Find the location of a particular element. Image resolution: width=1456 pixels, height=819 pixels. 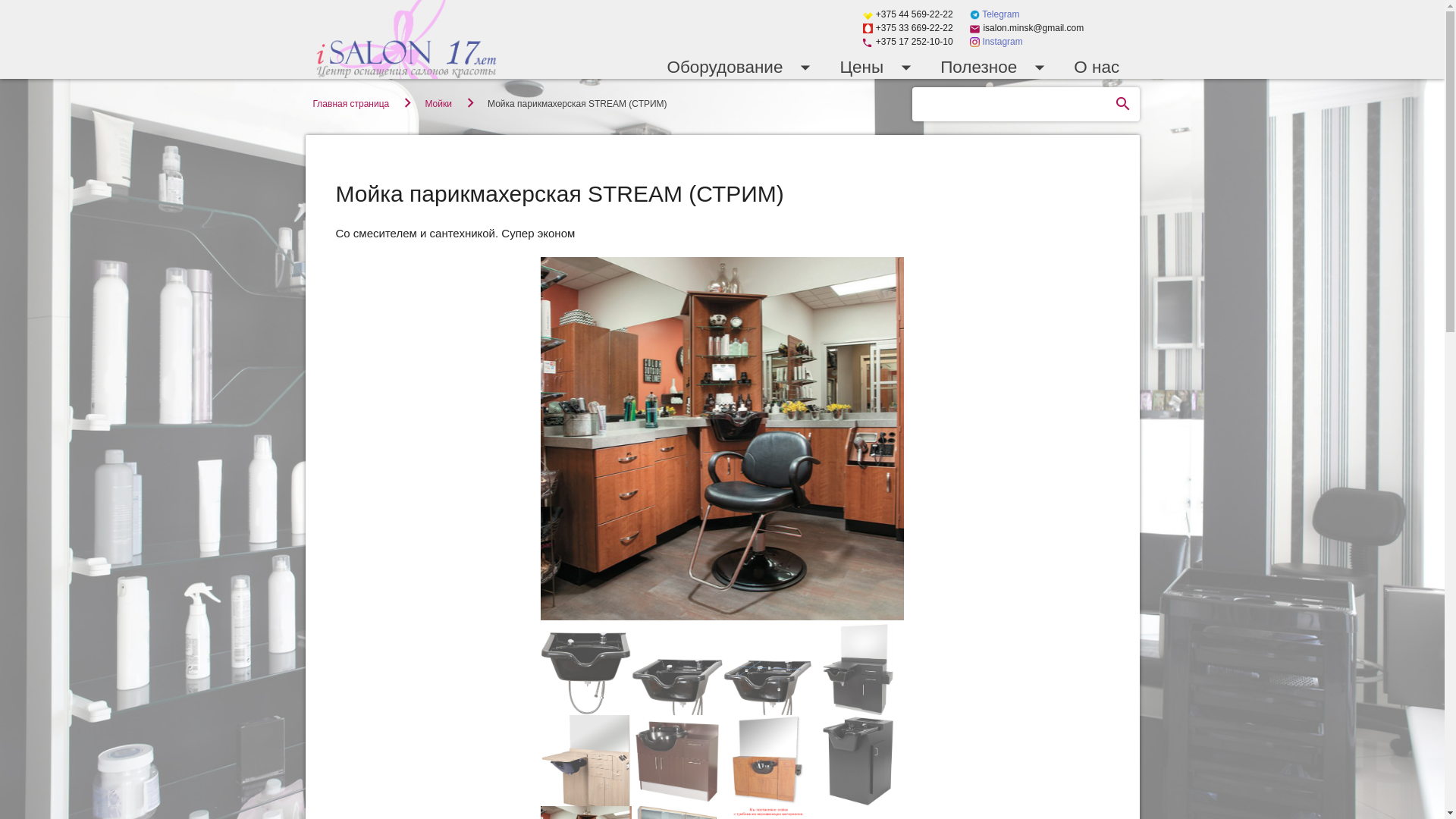

'Instagram' is located at coordinates (996, 40).